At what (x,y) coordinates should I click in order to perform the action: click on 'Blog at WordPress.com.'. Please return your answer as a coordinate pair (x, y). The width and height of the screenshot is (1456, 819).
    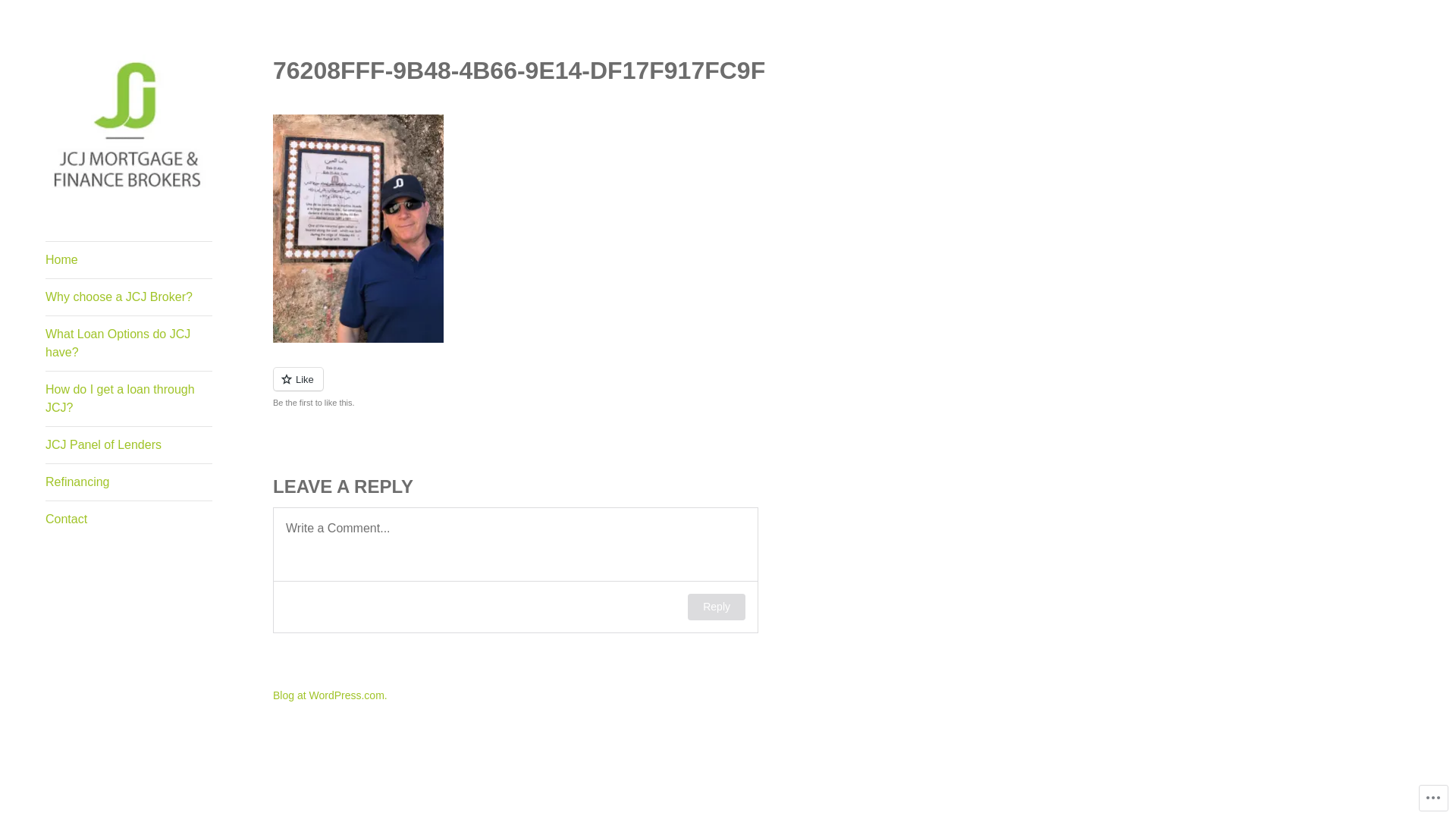
    Looking at the image, I should click on (273, 695).